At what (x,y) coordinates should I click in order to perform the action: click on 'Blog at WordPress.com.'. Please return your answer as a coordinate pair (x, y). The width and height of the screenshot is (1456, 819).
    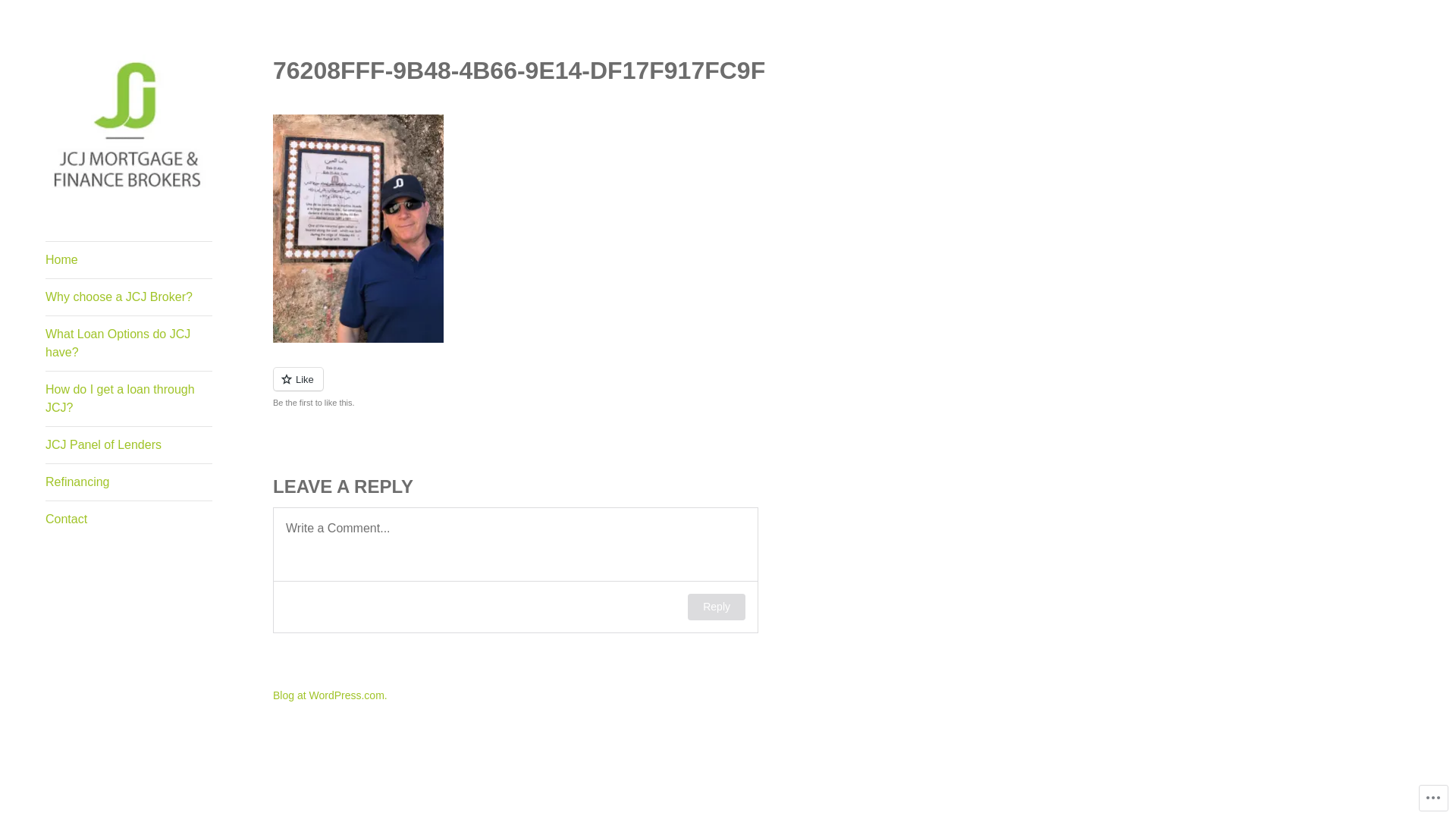
    Looking at the image, I should click on (273, 695).